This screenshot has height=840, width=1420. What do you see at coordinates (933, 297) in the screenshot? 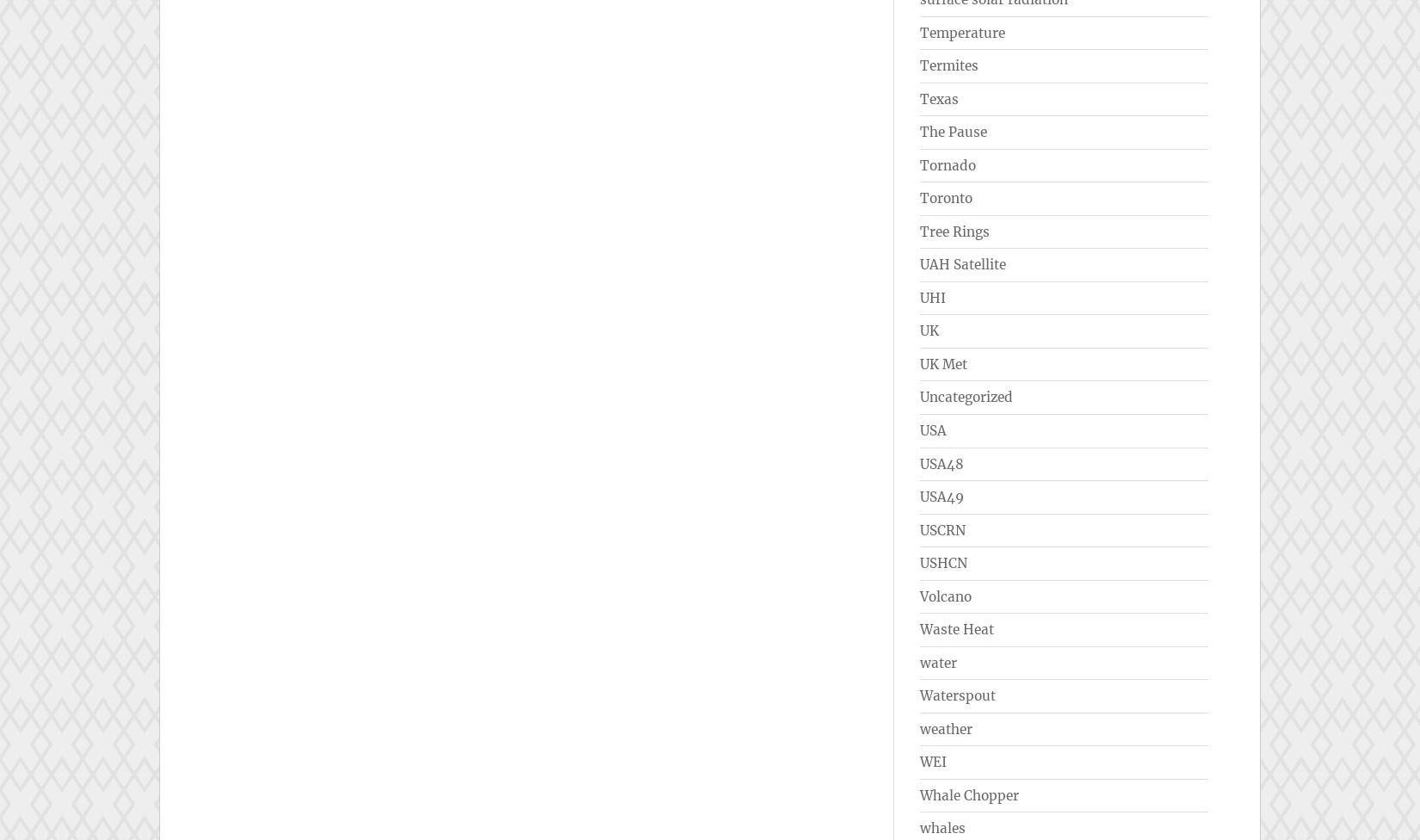
I see `'UHI'` at bounding box center [933, 297].